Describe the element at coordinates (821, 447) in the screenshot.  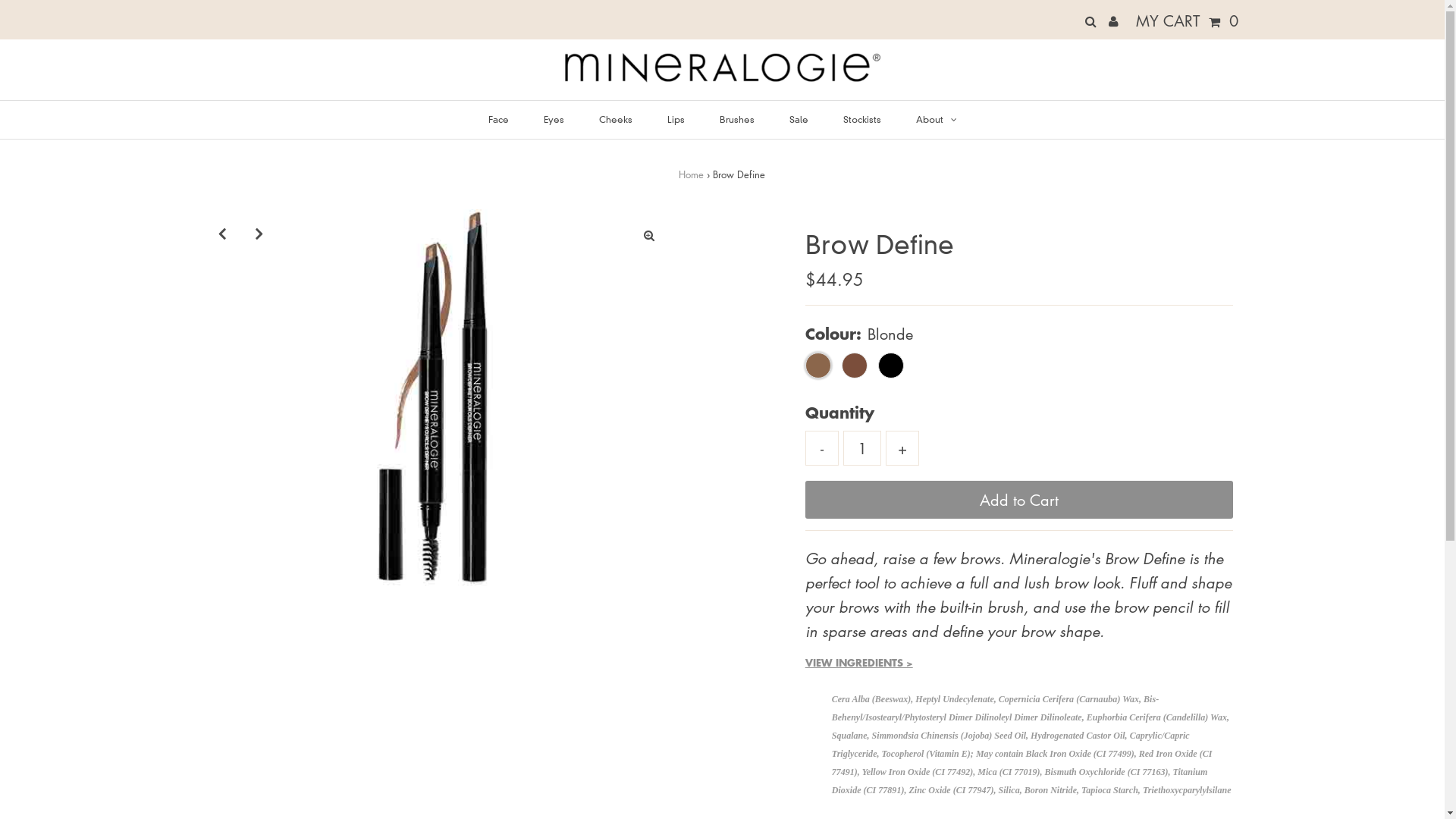
I see `'-'` at that location.